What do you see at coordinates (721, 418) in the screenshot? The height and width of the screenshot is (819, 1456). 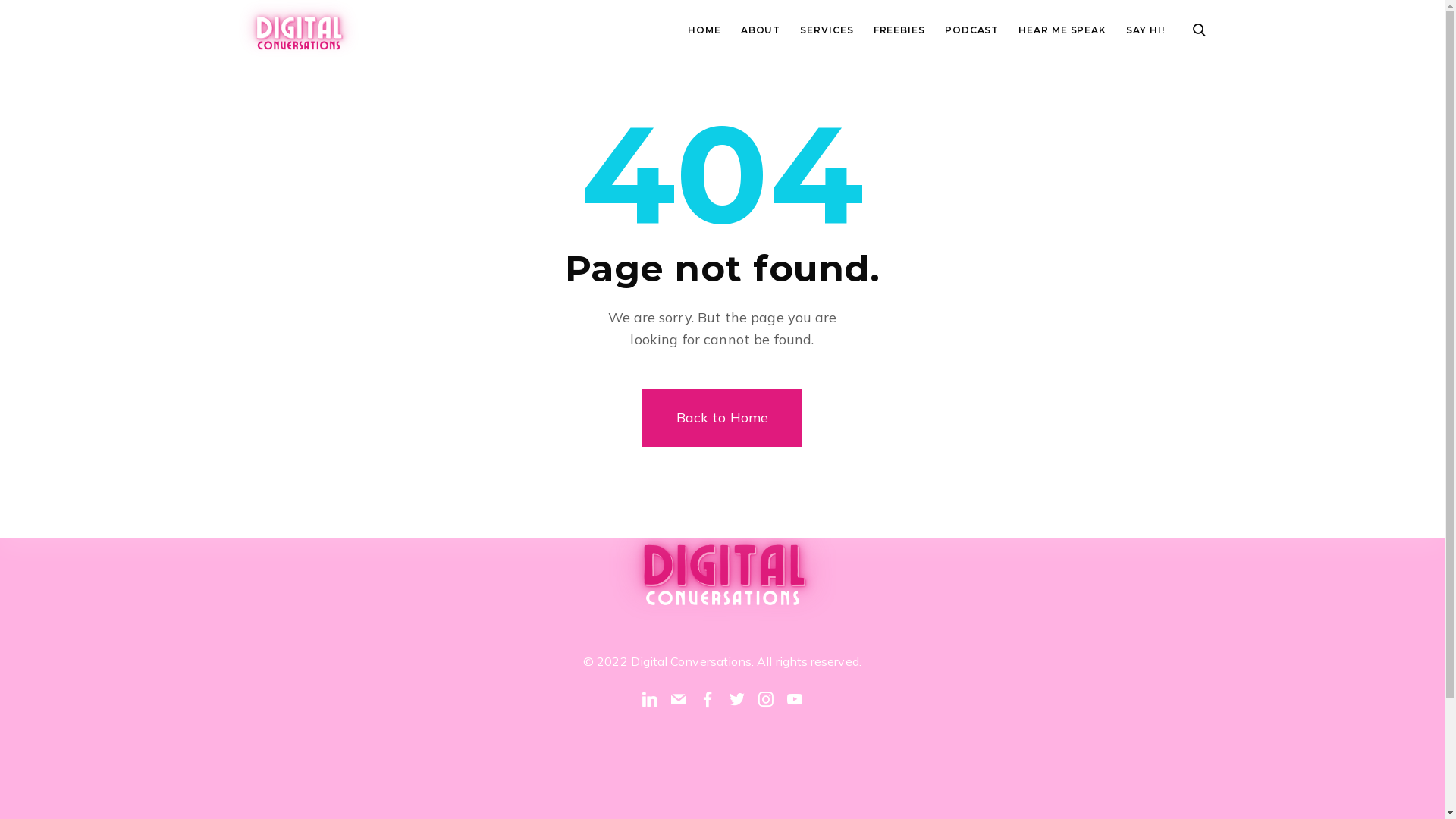 I see `'Back to Home'` at bounding box center [721, 418].